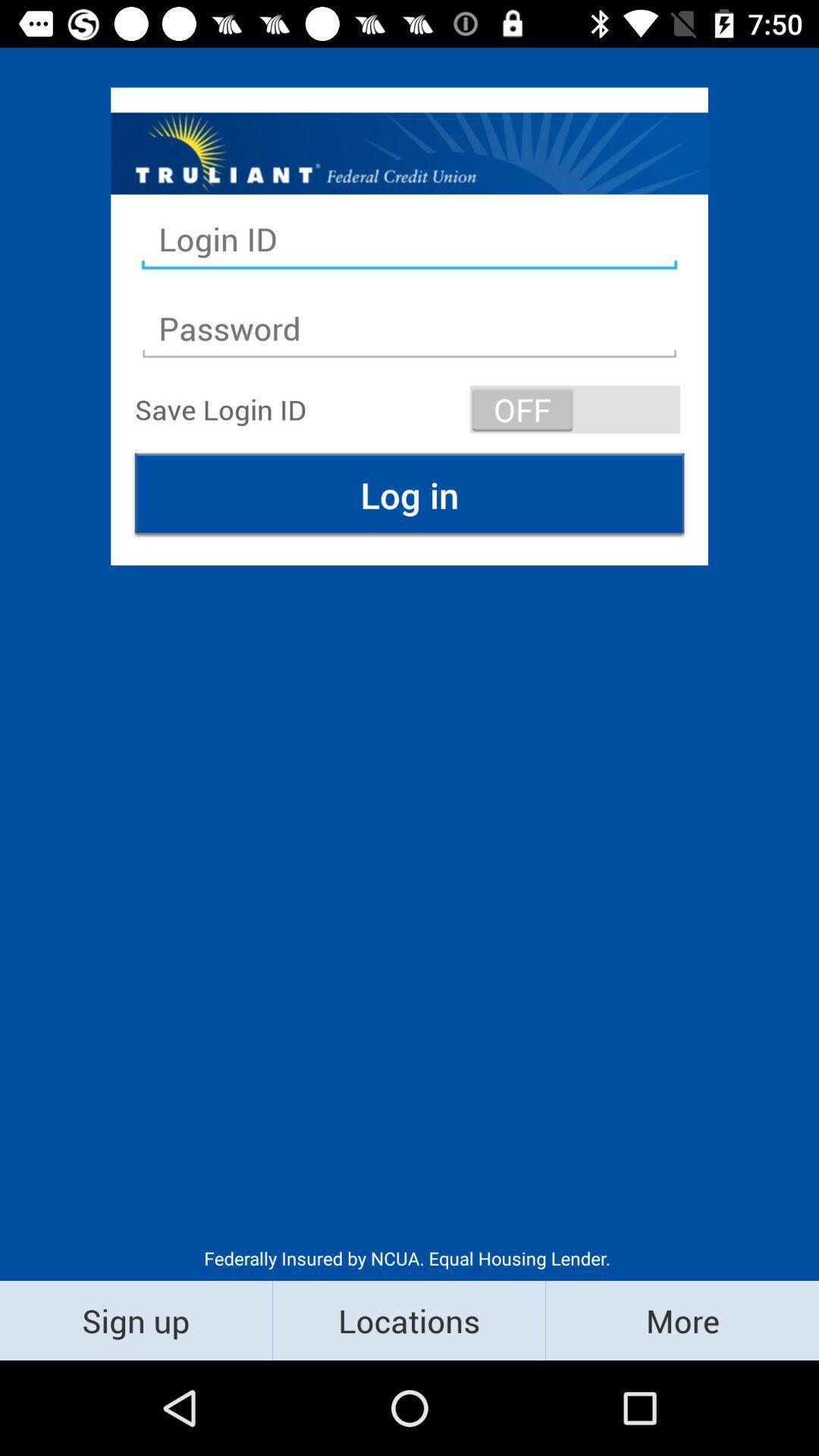 This screenshot has width=819, height=1456. What do you see at coordinates (681, 1319) in the screenshot?
I see `the item next to the locations icon` at bounding box center [681, 1319].